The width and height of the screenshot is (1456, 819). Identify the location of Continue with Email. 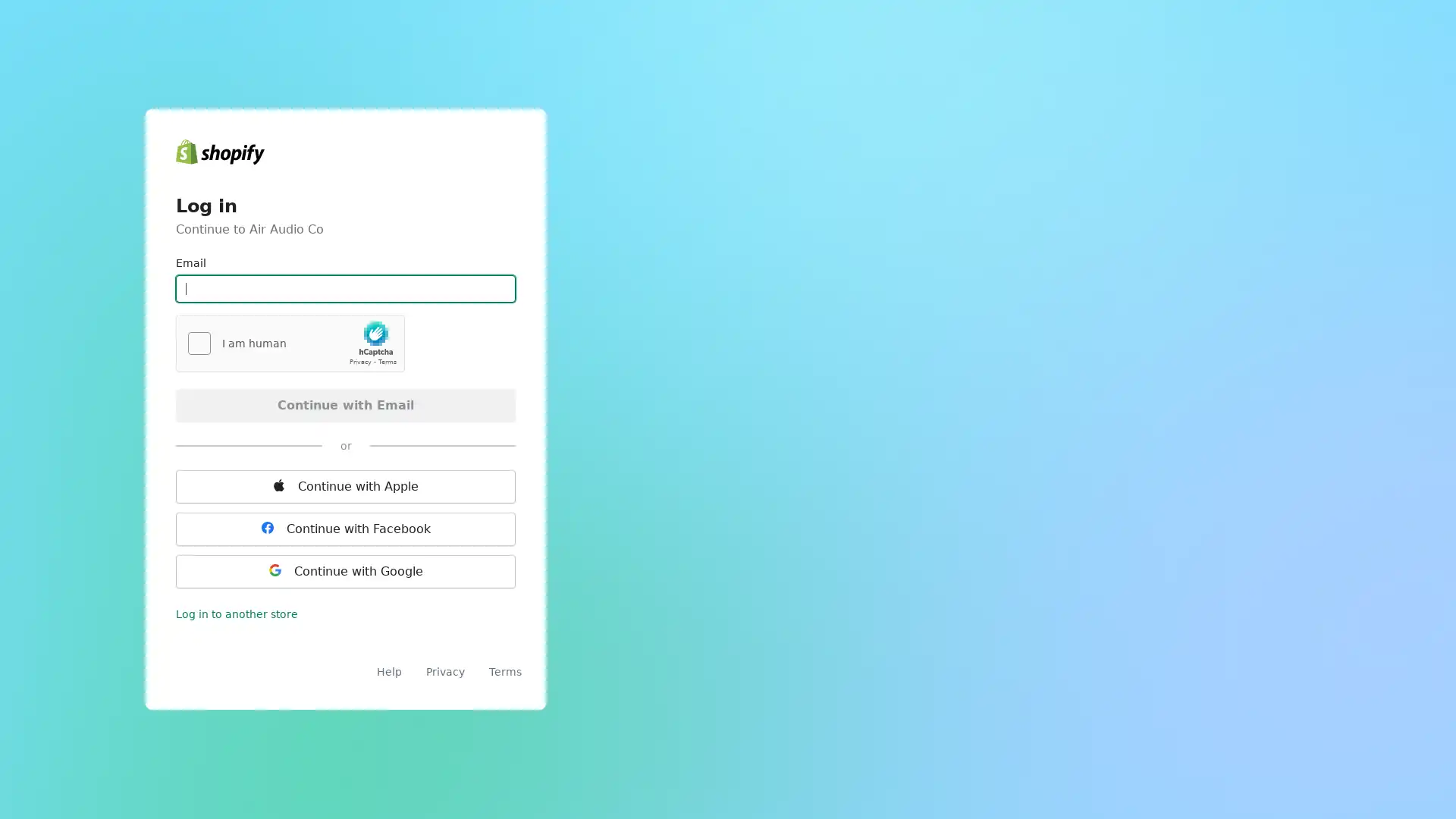
(345, 403).